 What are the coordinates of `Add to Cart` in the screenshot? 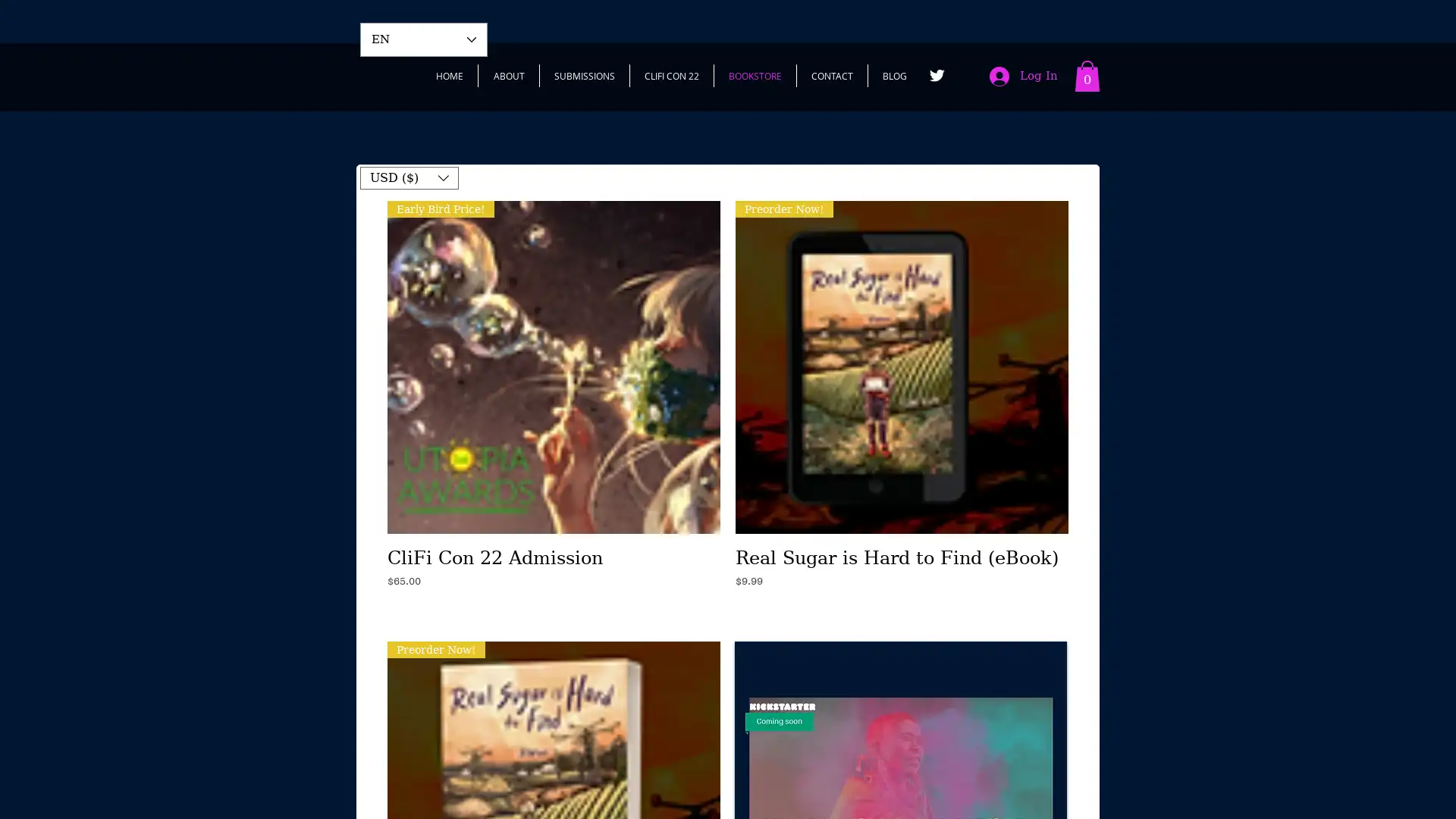 It's located at (902, 610).